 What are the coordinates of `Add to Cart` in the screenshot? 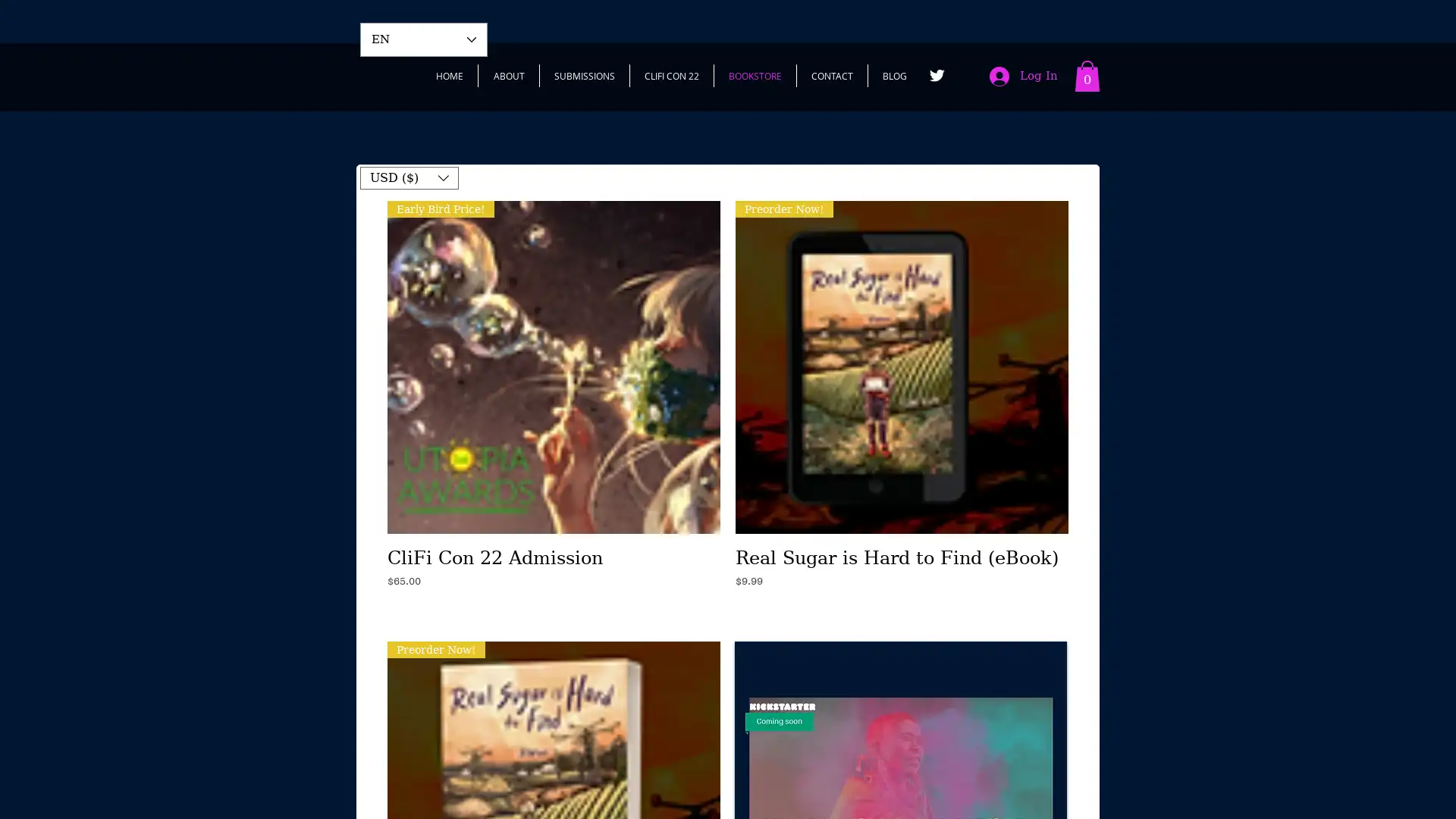 It's located at (902, 610).